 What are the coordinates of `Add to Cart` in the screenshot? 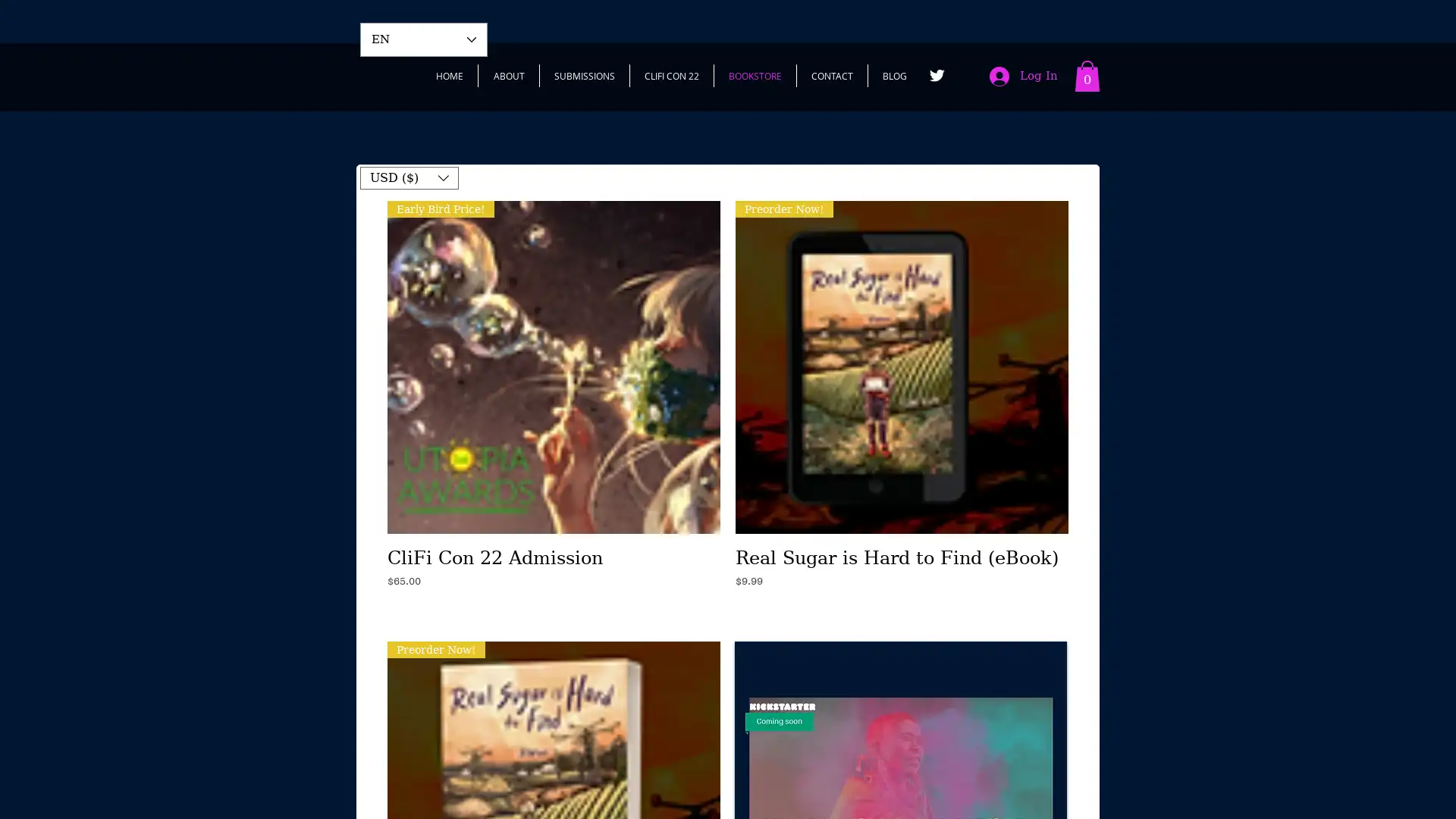 It's located at (902, 610).